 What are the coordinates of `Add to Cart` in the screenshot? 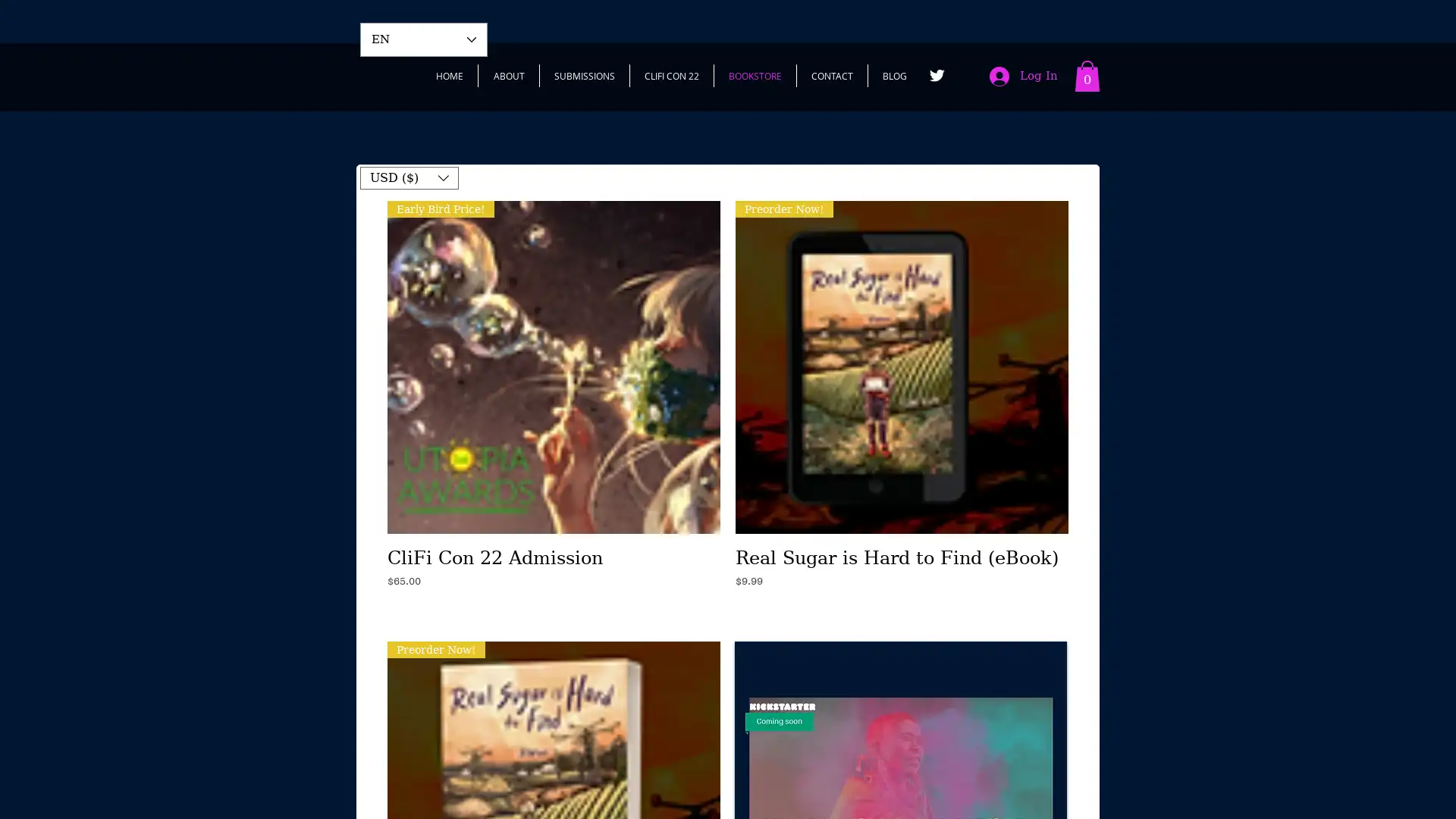 It's located at (902, 610).